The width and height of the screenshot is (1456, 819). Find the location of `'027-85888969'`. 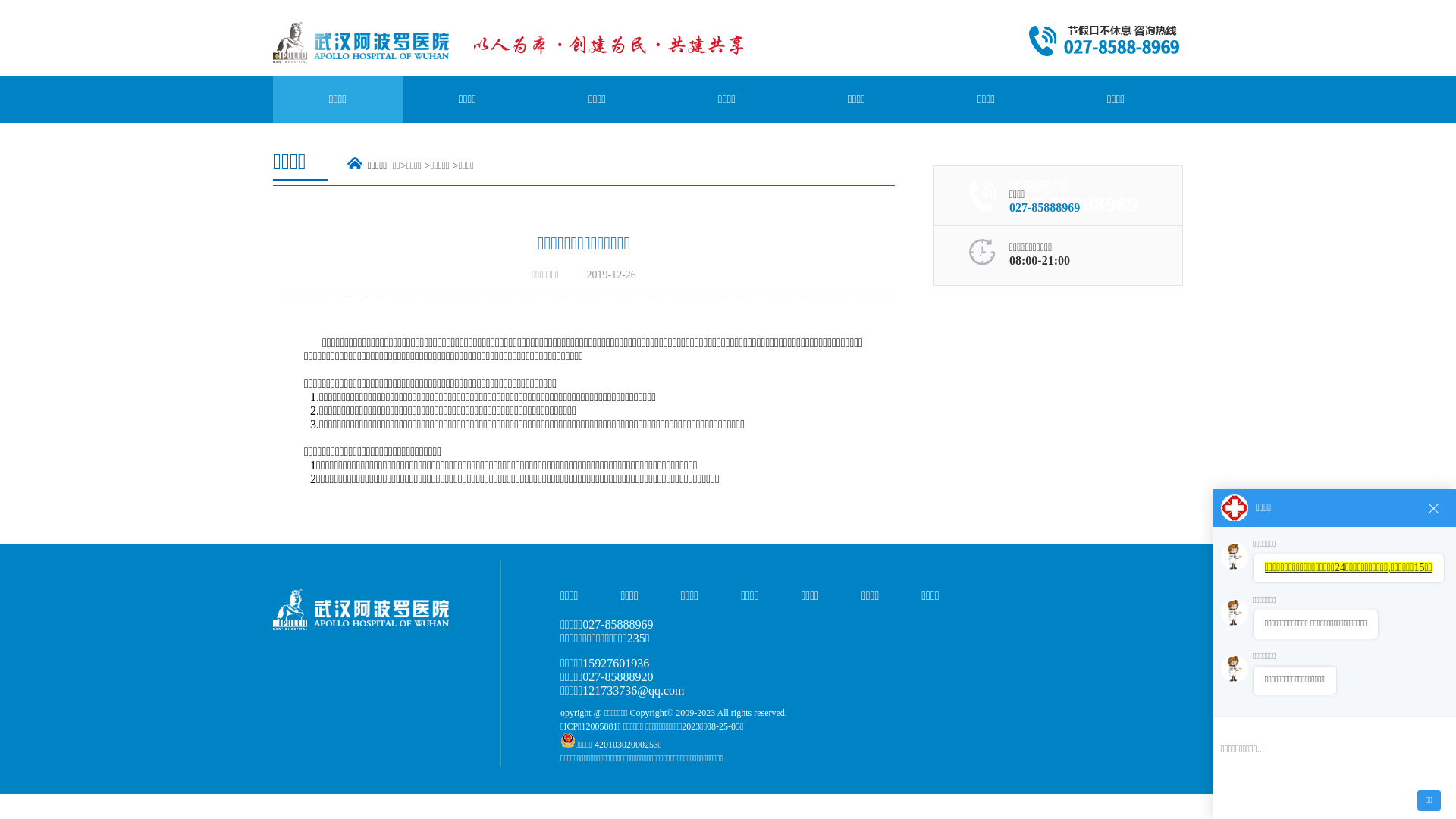

'027-85888969' is located at coordinates (1043, 207).